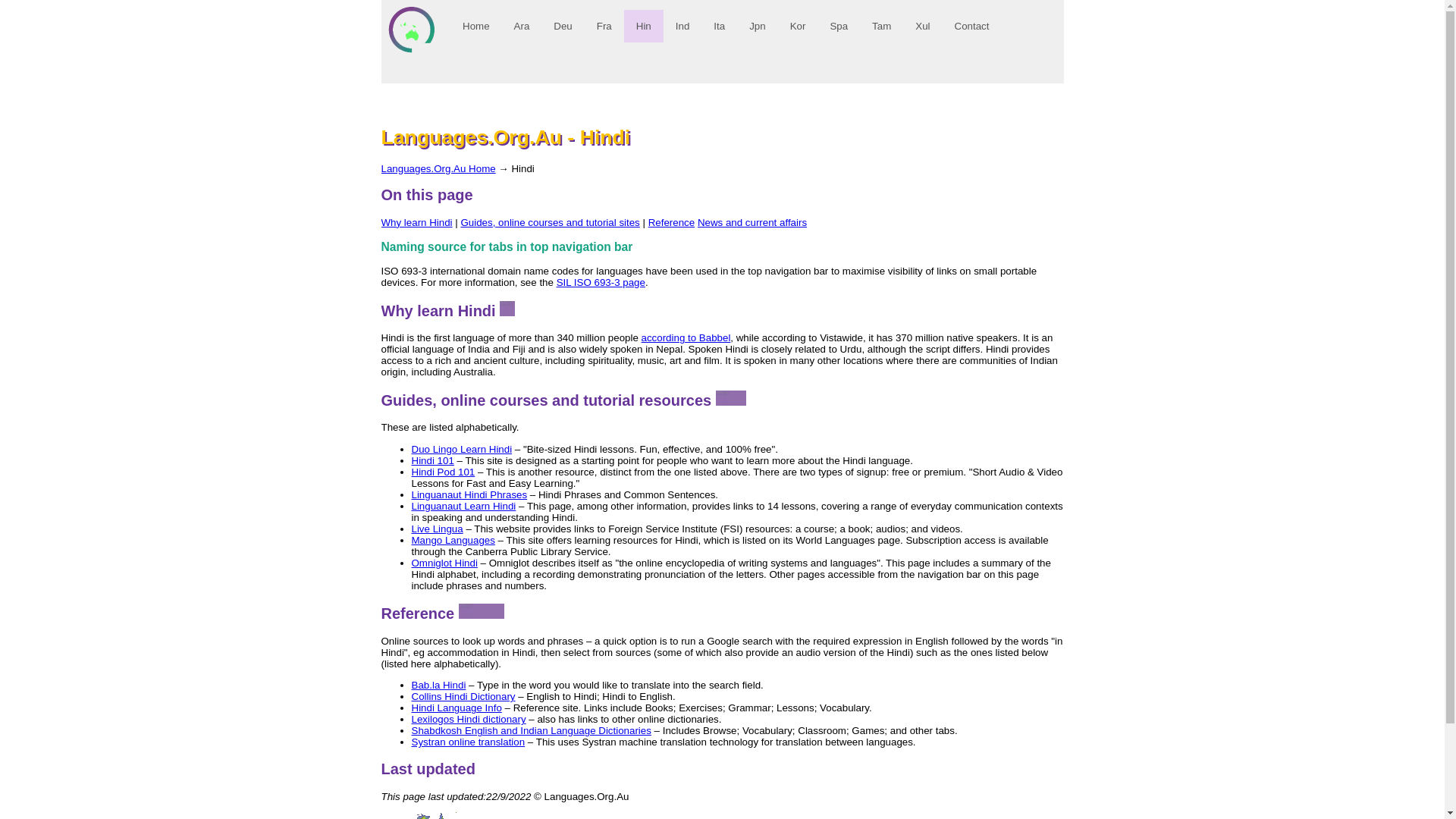 This screenshot has height=819, width=1456. I want to click on 'Linguanaut Learn Hindi', so click(462, 506).